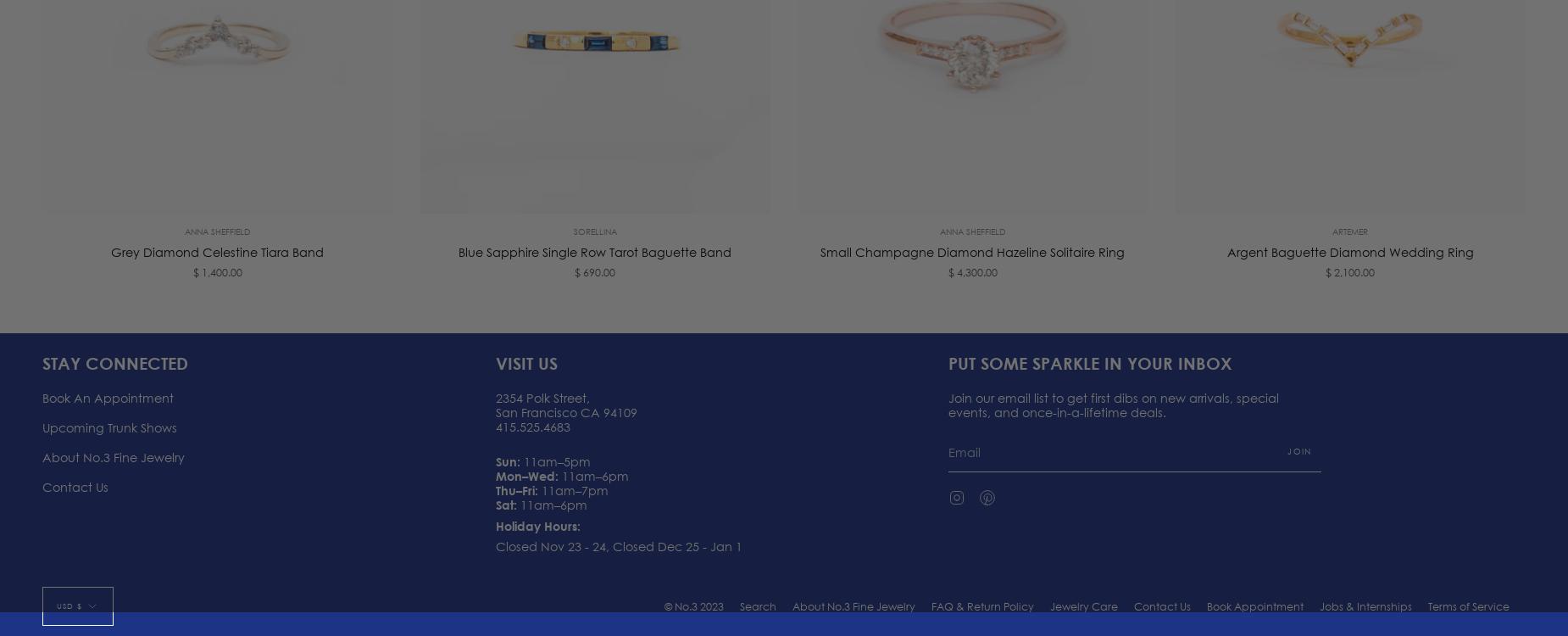  Describe the element at coordinates (1350, 82) in the screenshot. I see `'$ 2,100.00'` at that location.